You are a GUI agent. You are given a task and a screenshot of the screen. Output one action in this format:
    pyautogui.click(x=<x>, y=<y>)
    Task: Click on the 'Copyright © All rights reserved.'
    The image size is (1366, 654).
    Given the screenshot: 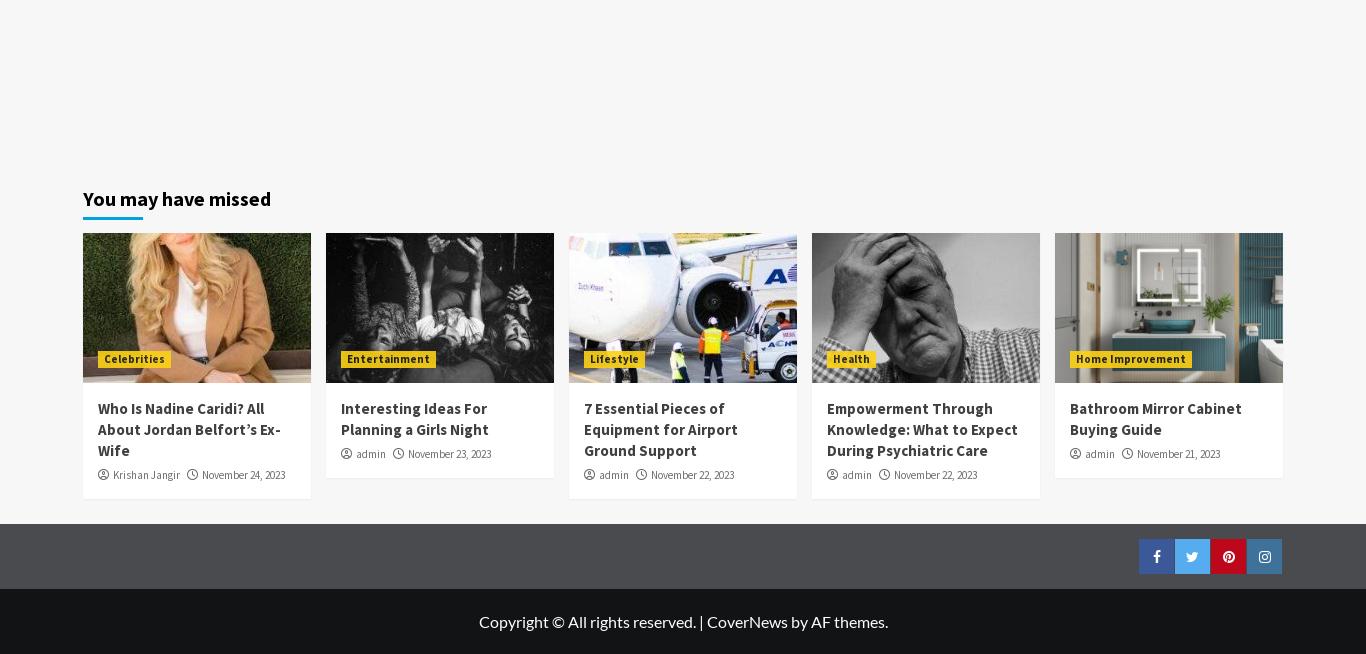 What is the action you would take?
    pyautogui.click(x=477, y=620)
    